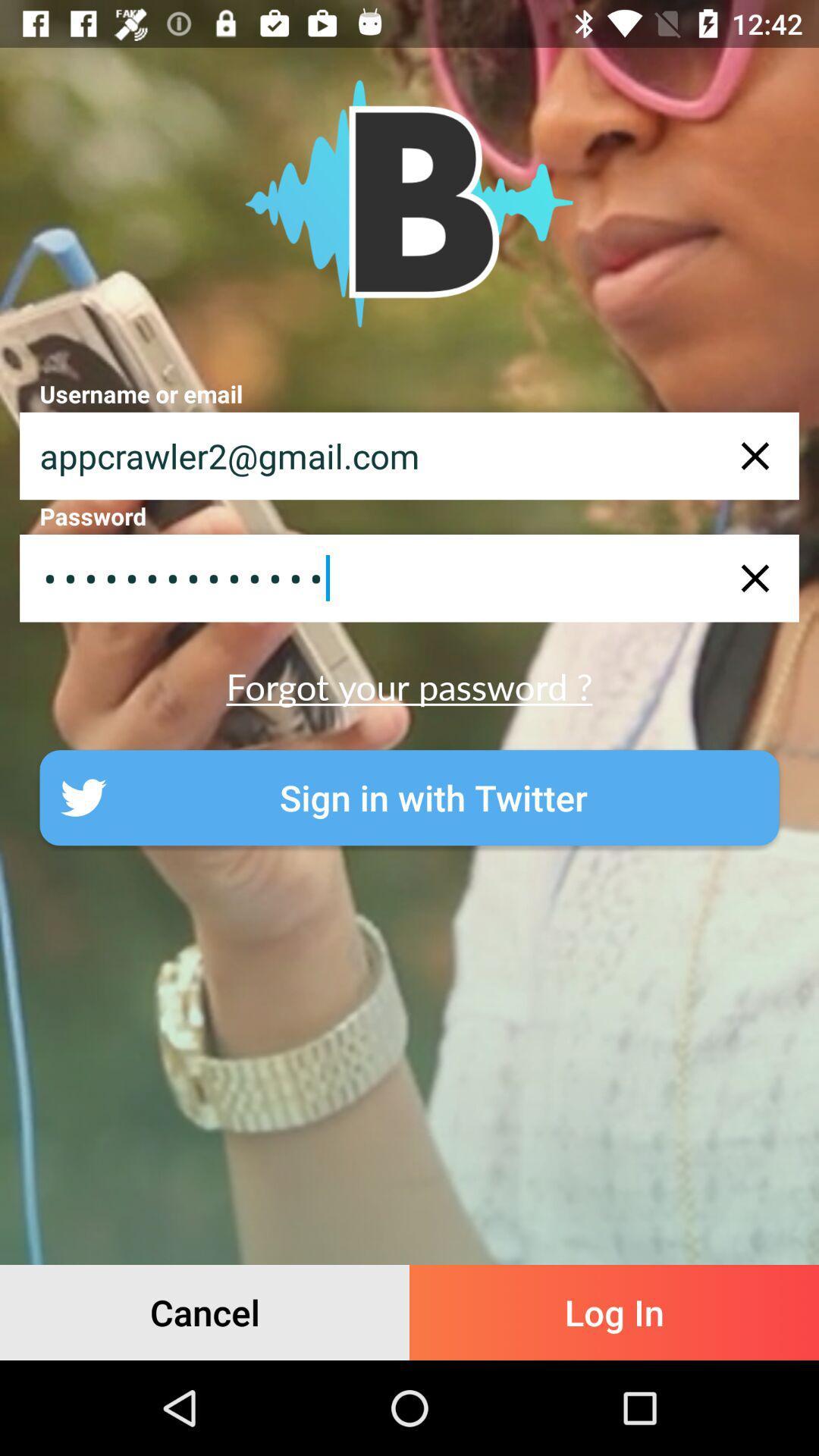 This screenshot has width=819, height=1456. What do you see at coordinates (205, 1312) in the screenshot?
I see `cancel` at bounding box center [205, 1312].